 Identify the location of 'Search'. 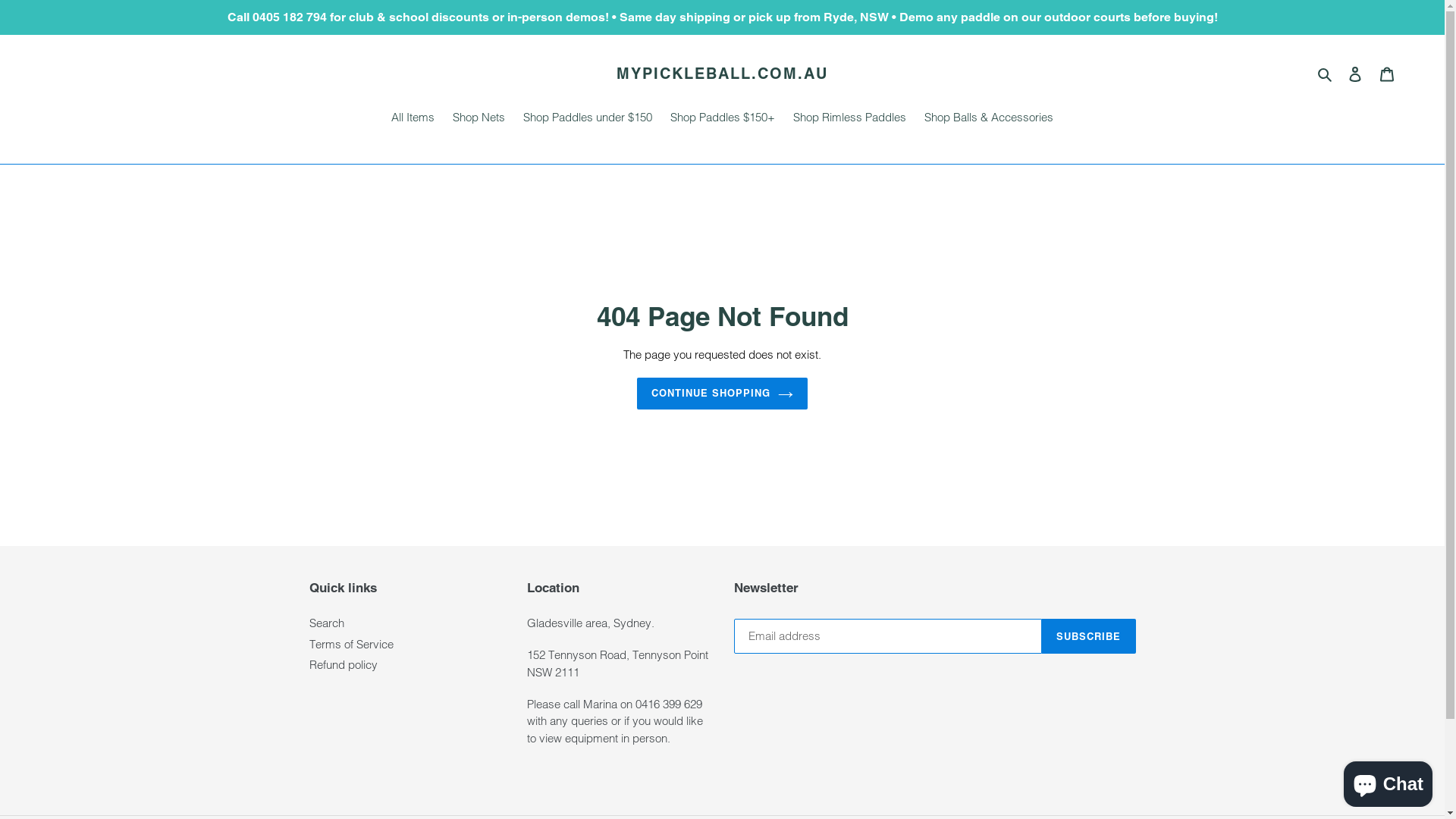
(1325, 74).